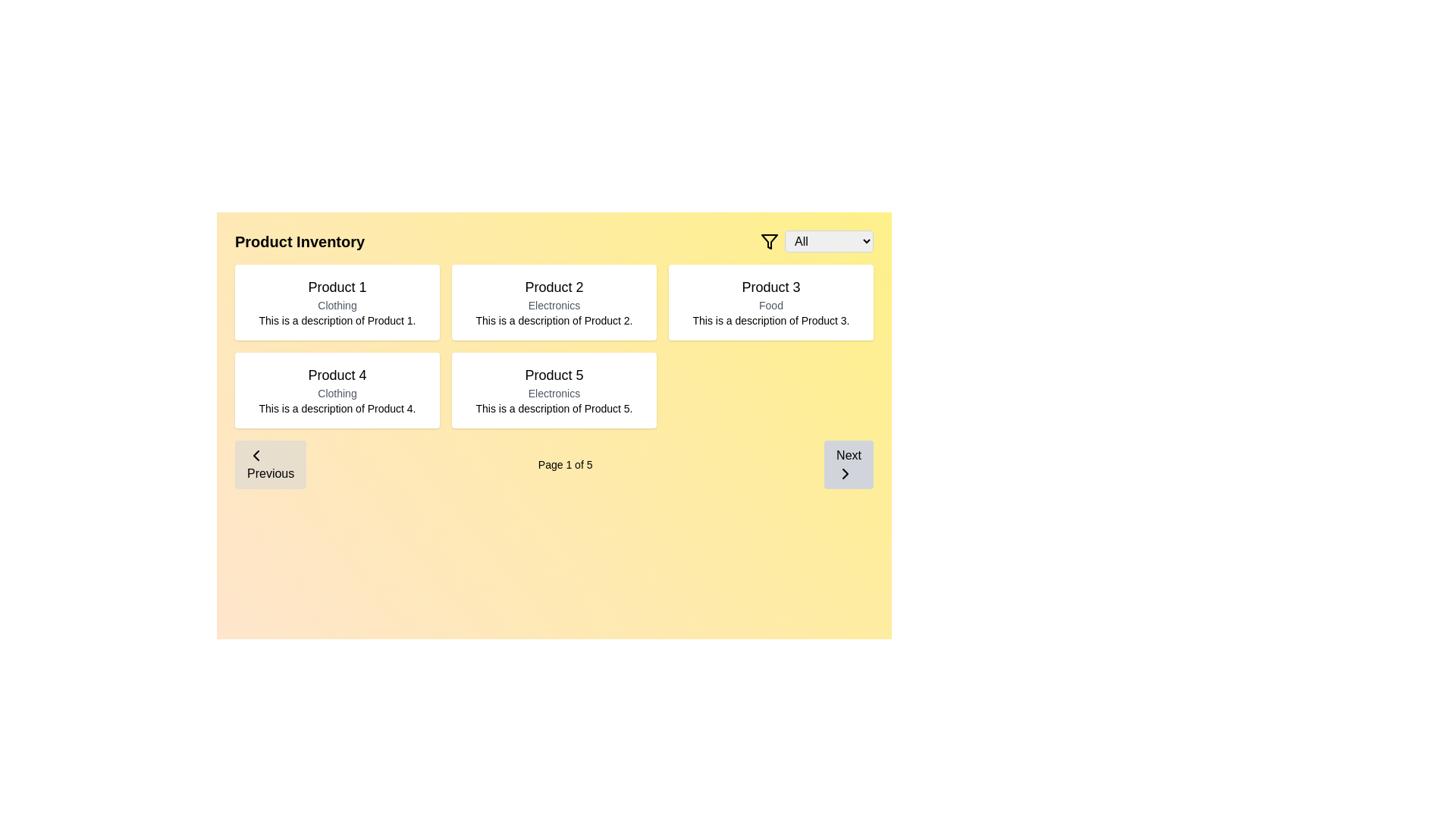 The height and width of the screenshot is (819, 1456). Describe the element at coordinates (771, 320) in the screenshot. I see `the descriptive text element that provides information about 'Product 3', located below the 'Food' label and title 'Product 3' in the upper-right corner of the grid layout` at that location.